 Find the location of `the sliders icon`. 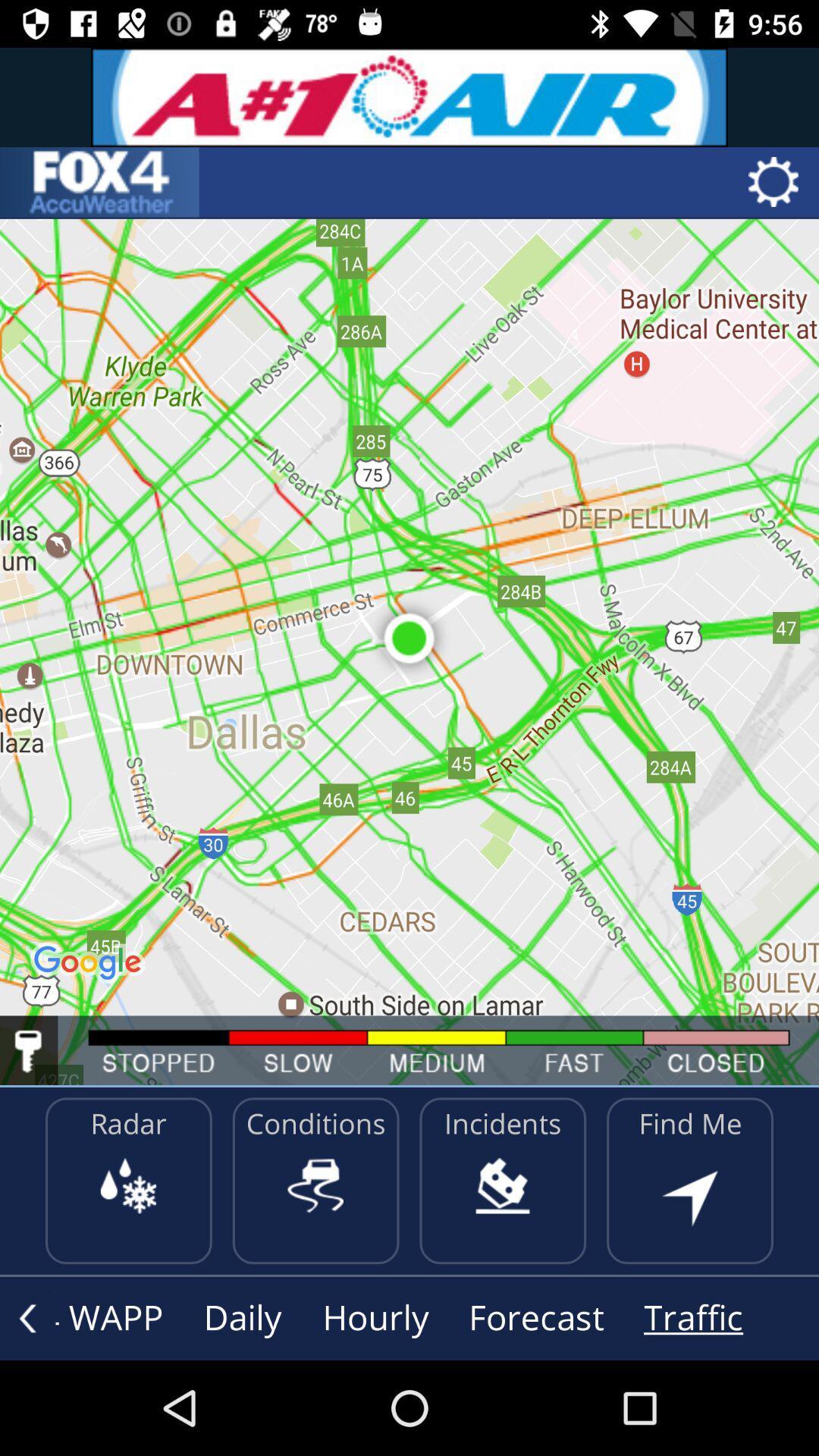

the sliders icon is located at coordinates (99, 182).